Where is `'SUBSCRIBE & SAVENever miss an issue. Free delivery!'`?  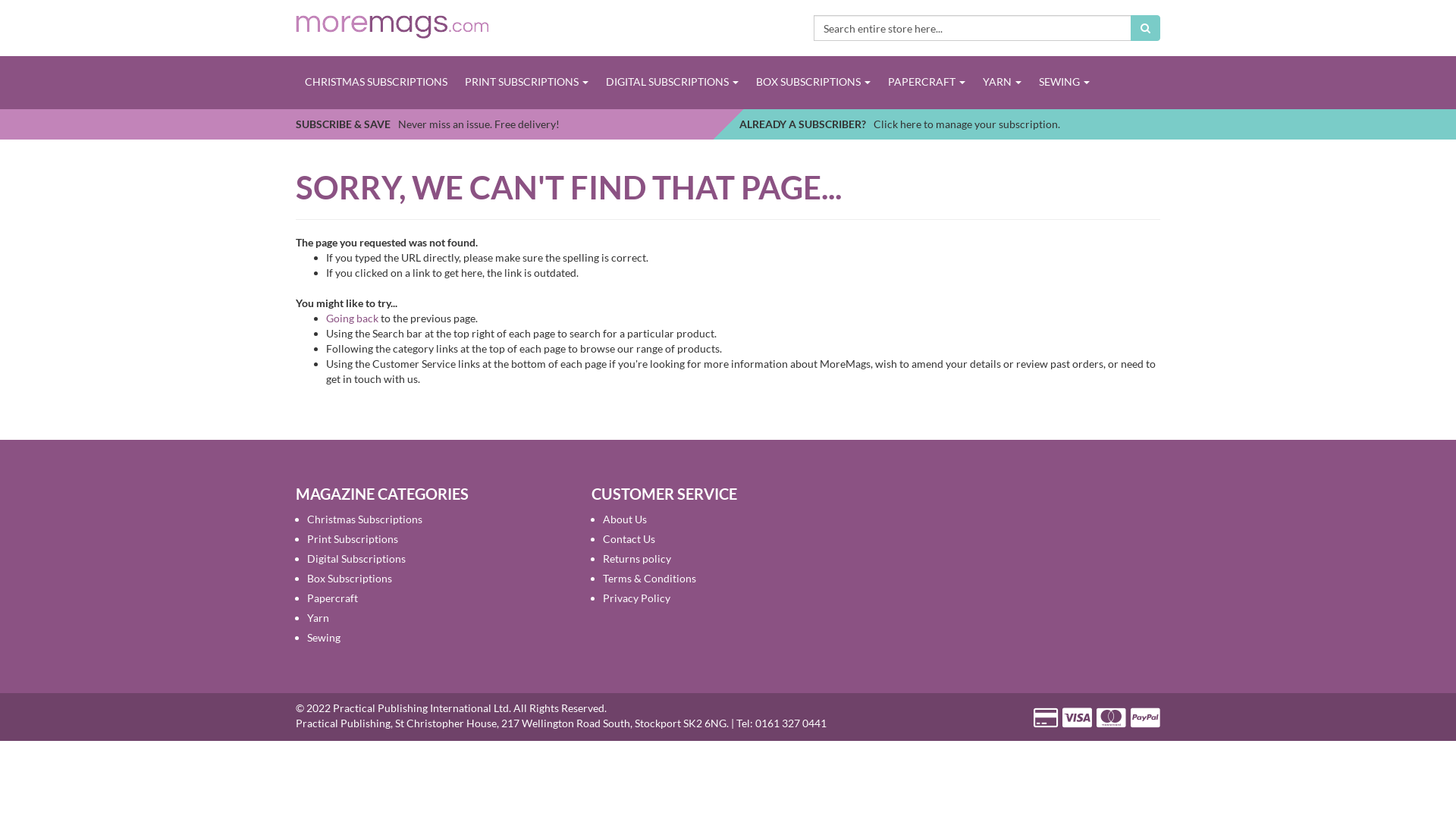
'SUBSCRIBE & SAVENever miss an issue. Free delivery!' is located at coordinates (427, 123).